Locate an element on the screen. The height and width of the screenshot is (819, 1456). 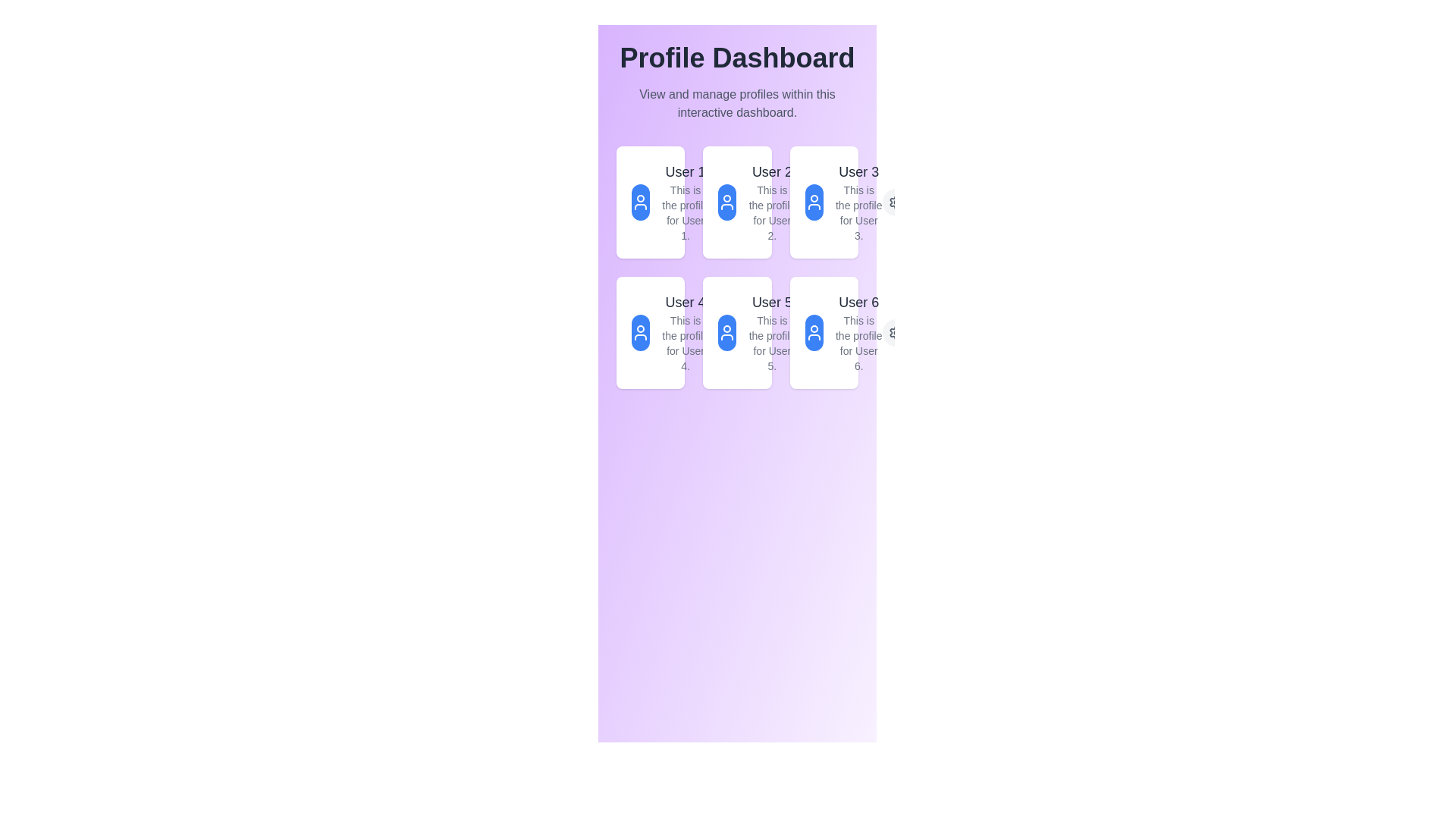
the user profile card located in the first column and first row of the grid layout is located at coordinates (651, 201).